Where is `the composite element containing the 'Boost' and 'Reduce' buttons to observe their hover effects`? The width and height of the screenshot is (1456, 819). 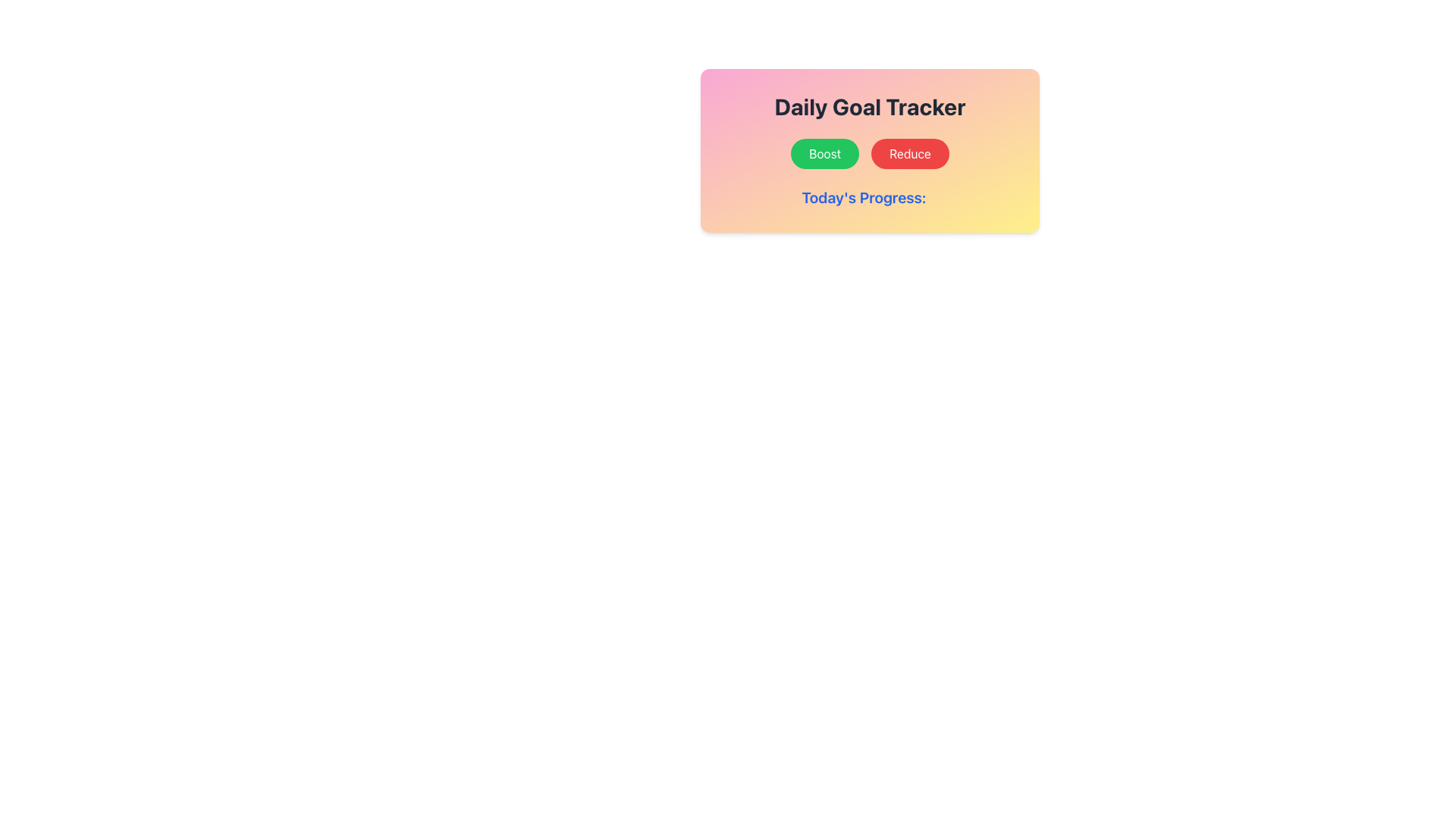
the composite element containing the 'Boost' and 'Reduce' buttons to observe their hover effects is located at coordinates (870, 154).